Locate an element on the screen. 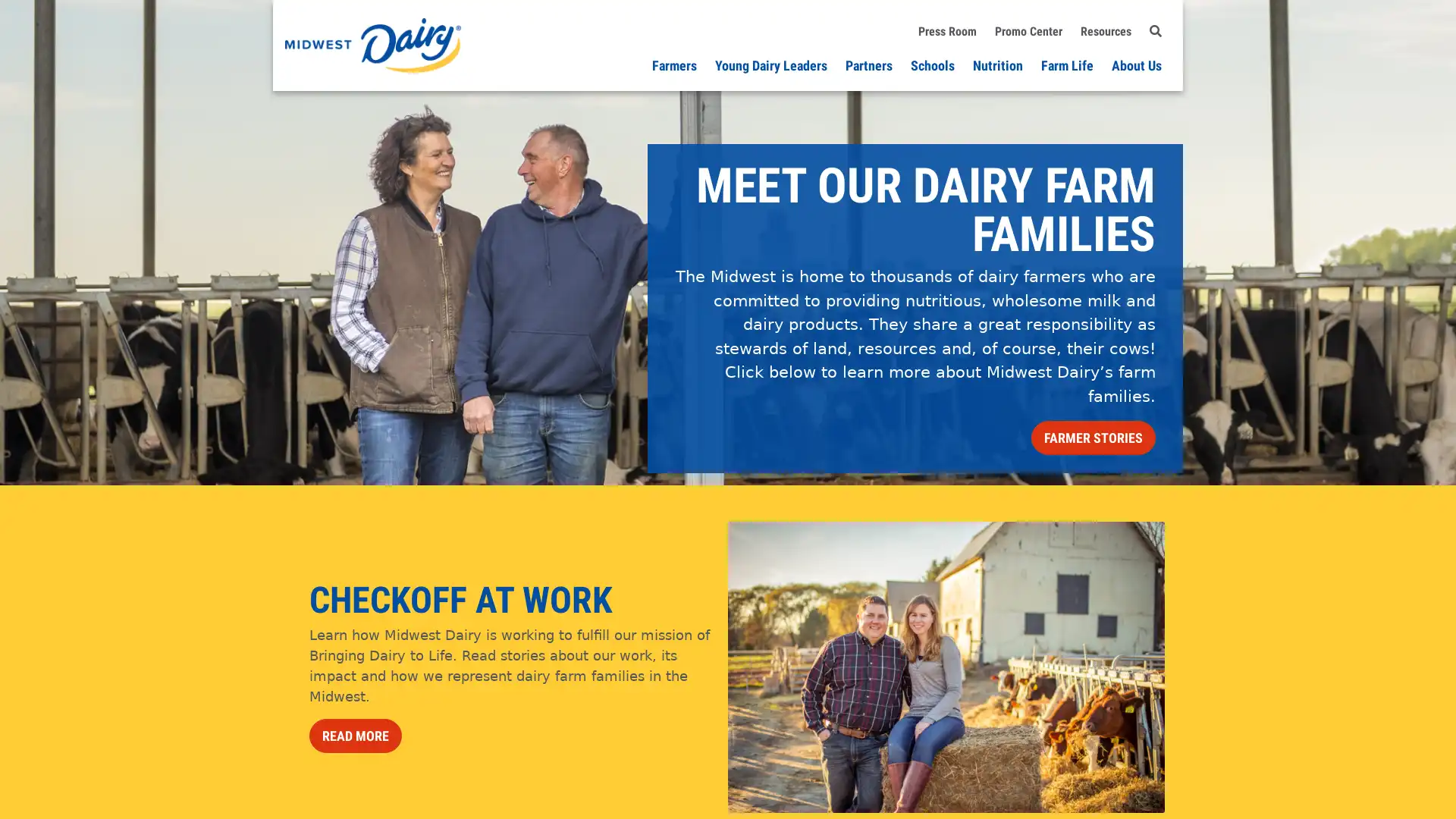 Image resolution: width=1456 pixels, height=819 pixels. READ MORE is located at coordinates (355, 734).